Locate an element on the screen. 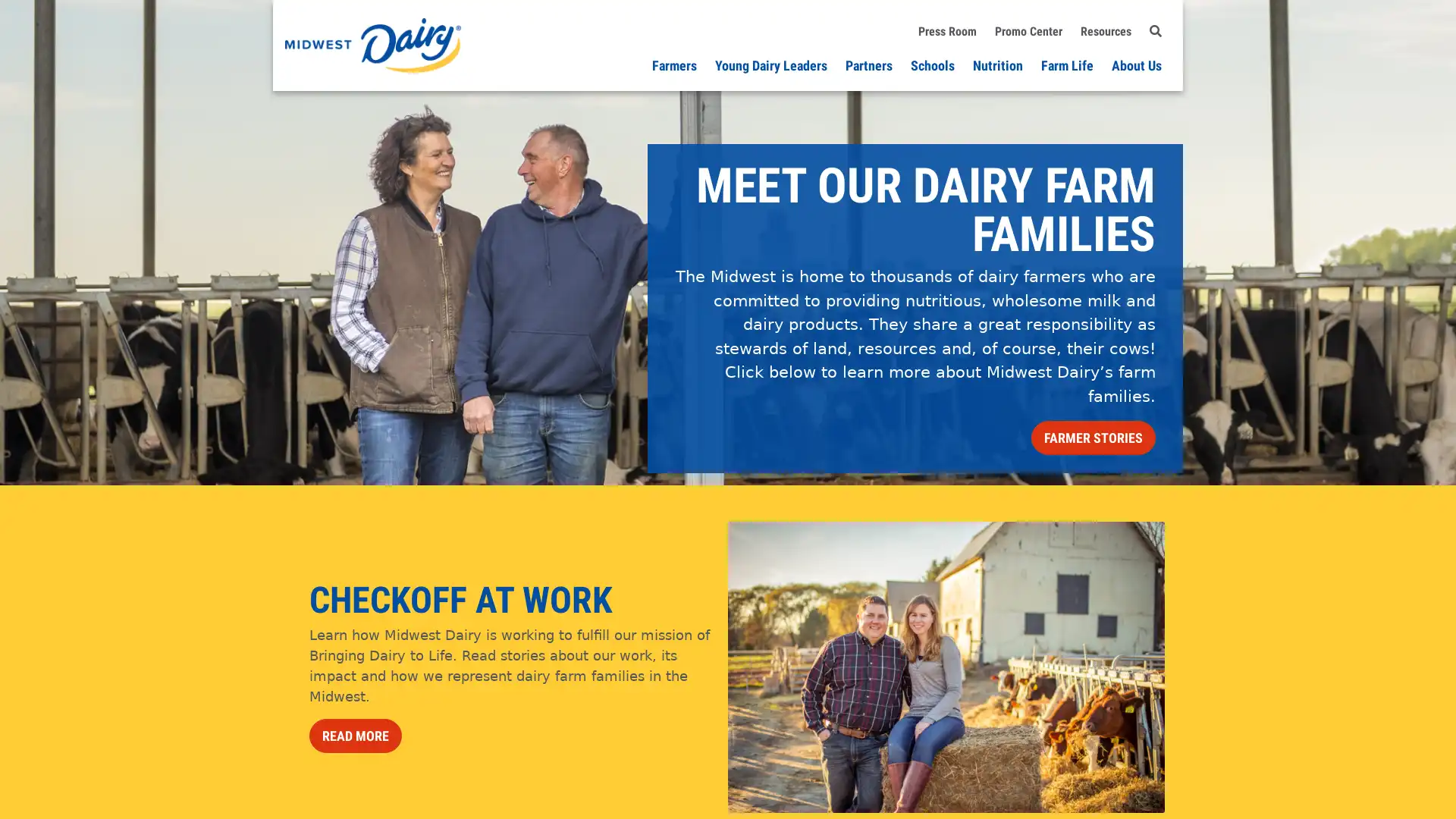 Image resolution: width=1456 pixels, height=819 pixels. READ MORE is located at coordinates (355, 734).